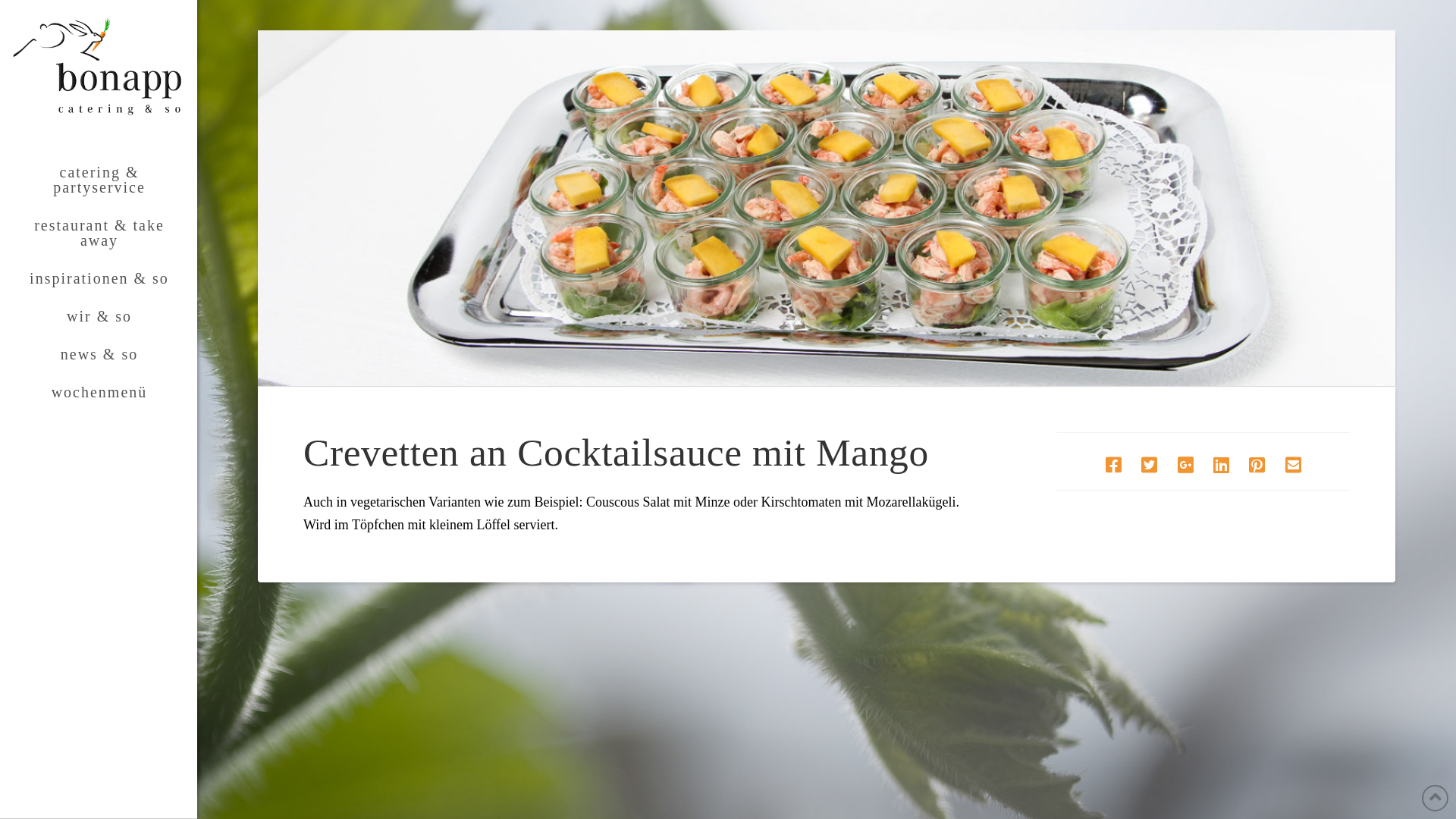 This screenshot has width=1456, height=819. Describe the element at coordinates (97, 233) in the screenshot. I see `'restaurant & take away'` at that location.